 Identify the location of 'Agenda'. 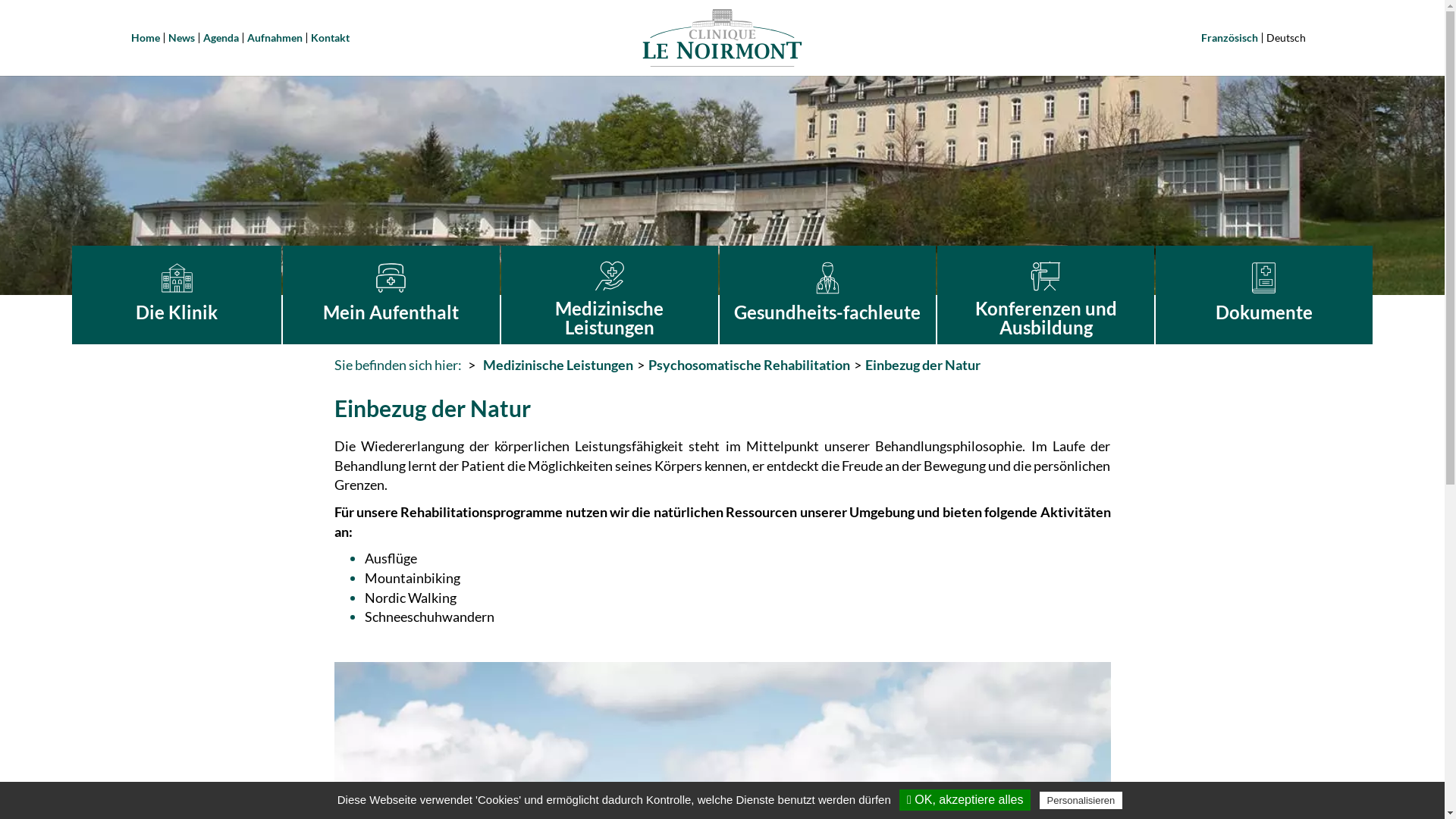
(220, 36).